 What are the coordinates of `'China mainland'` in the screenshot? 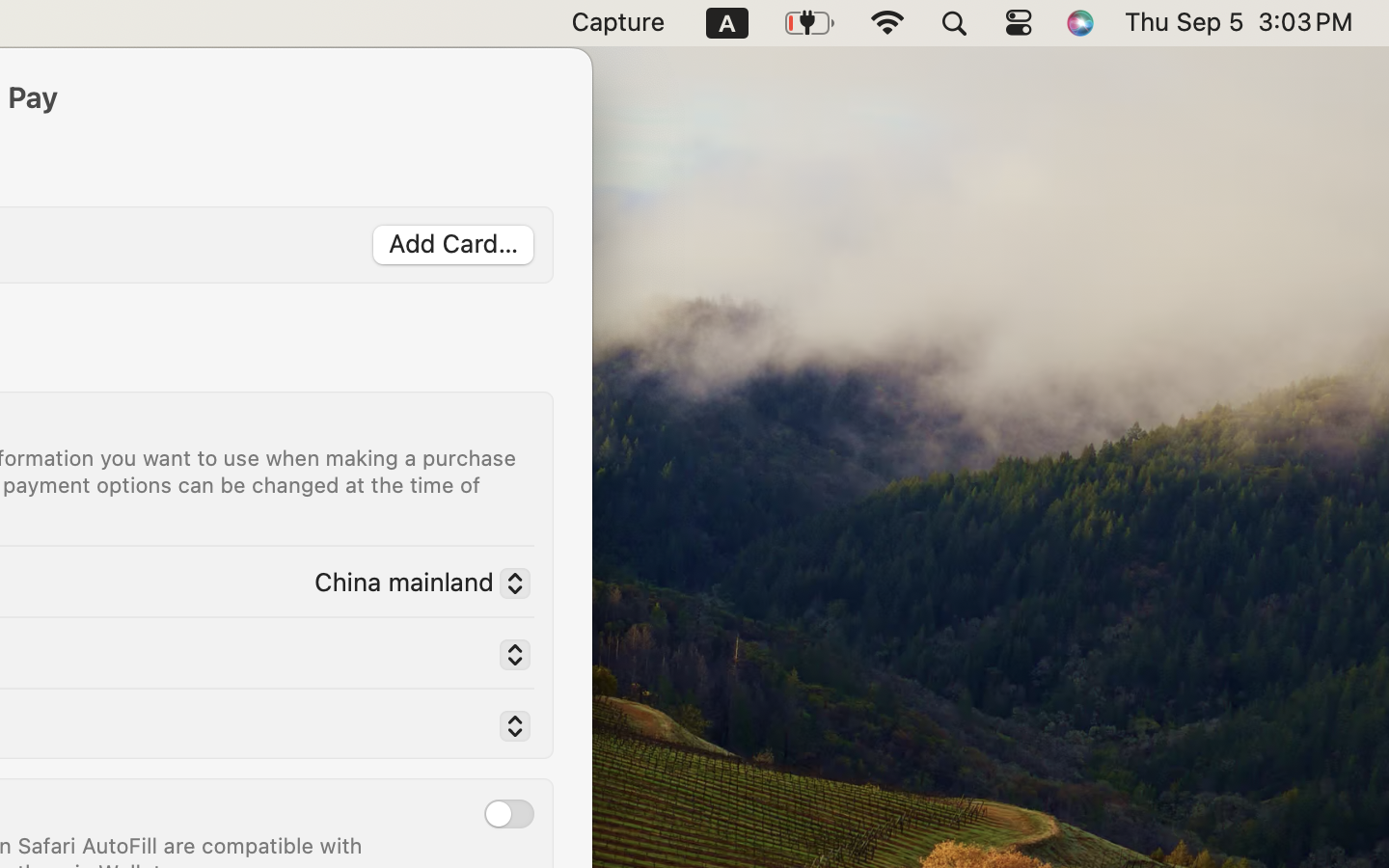 It's located at (414, 584).